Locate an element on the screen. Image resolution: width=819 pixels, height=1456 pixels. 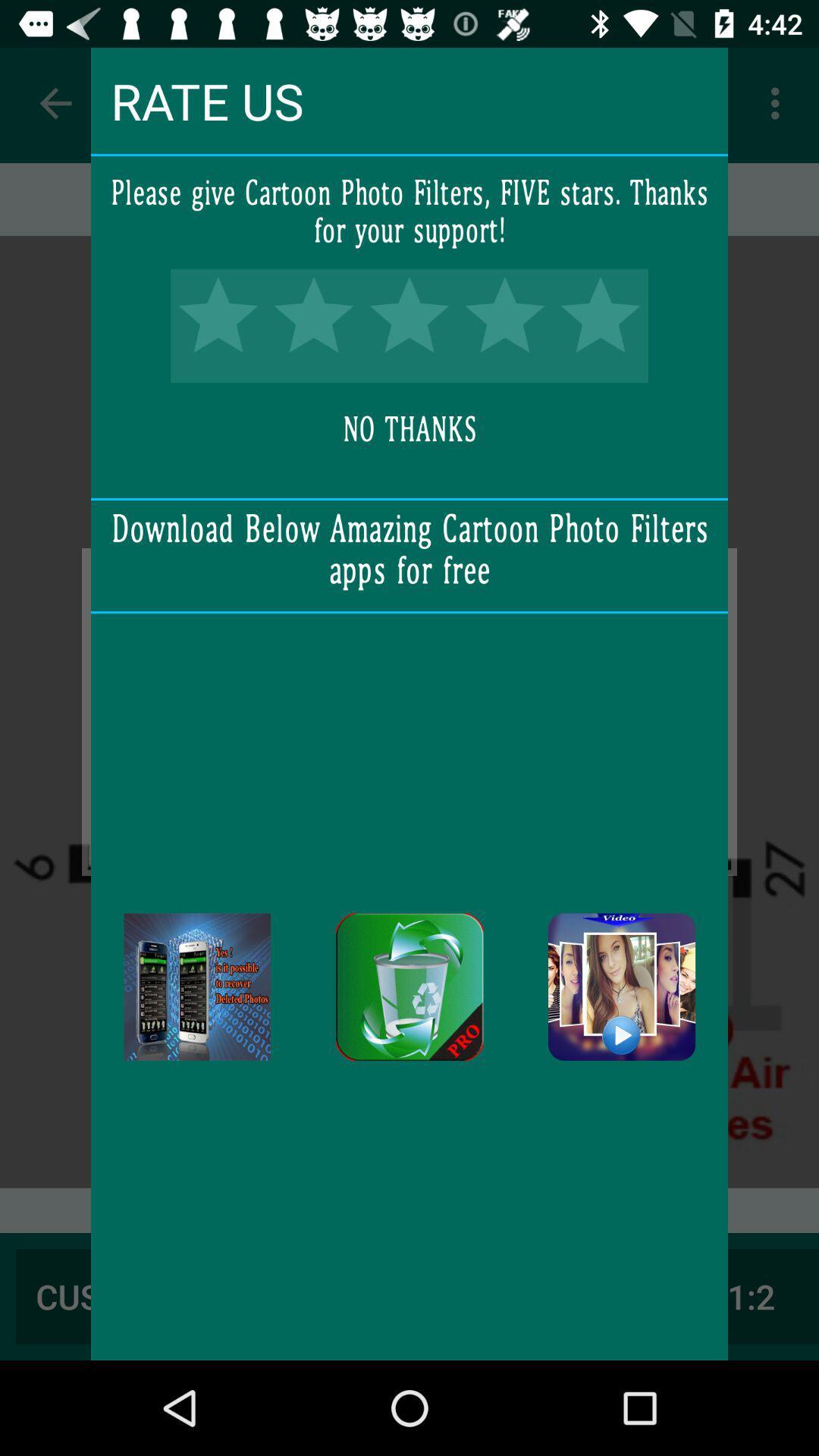
click and open link is located at coordinates (622, 987).